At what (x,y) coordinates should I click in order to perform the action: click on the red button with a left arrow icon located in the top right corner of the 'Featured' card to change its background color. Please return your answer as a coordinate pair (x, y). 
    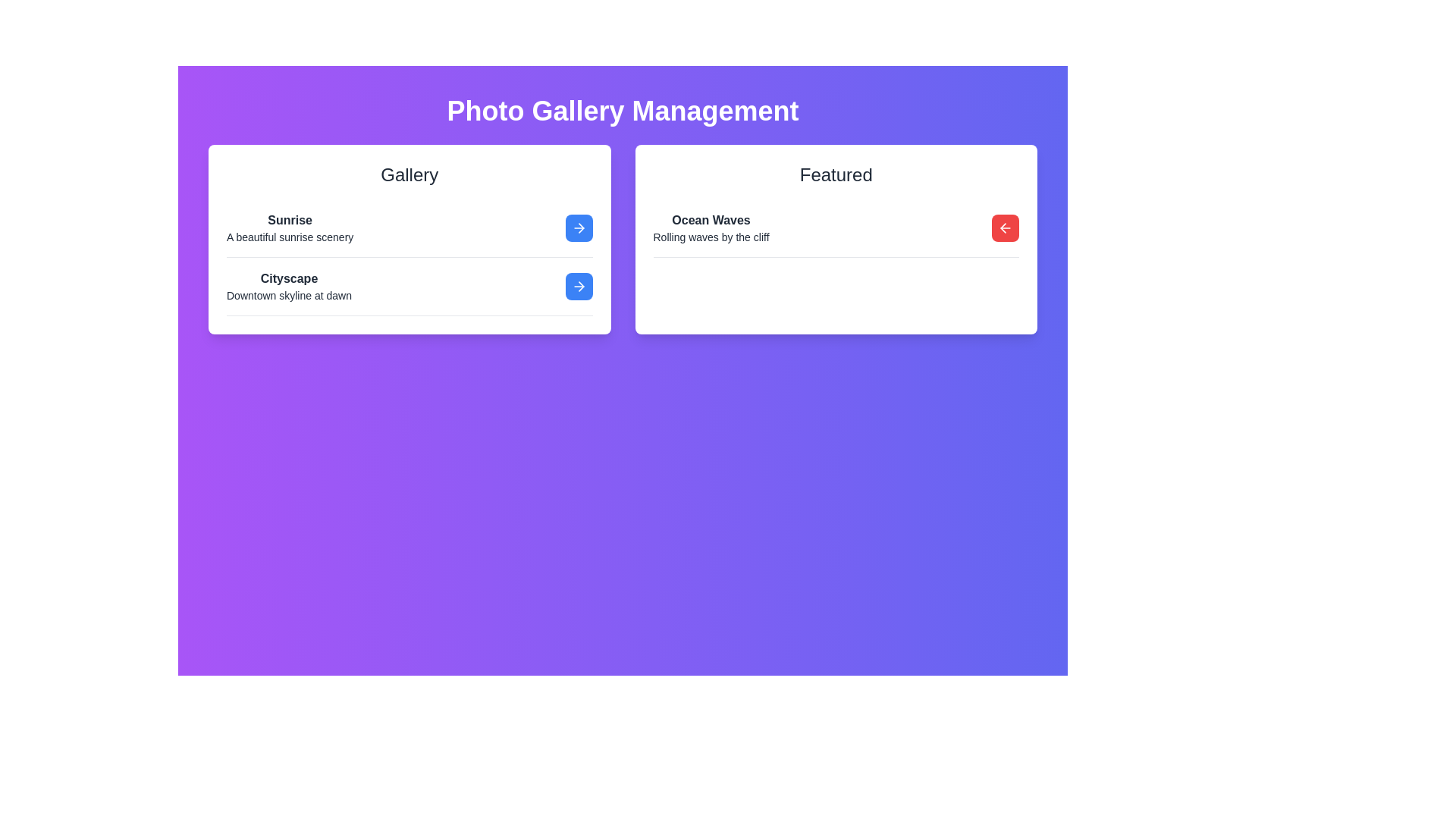
    Looking at the image, I should click on (1005, 227).